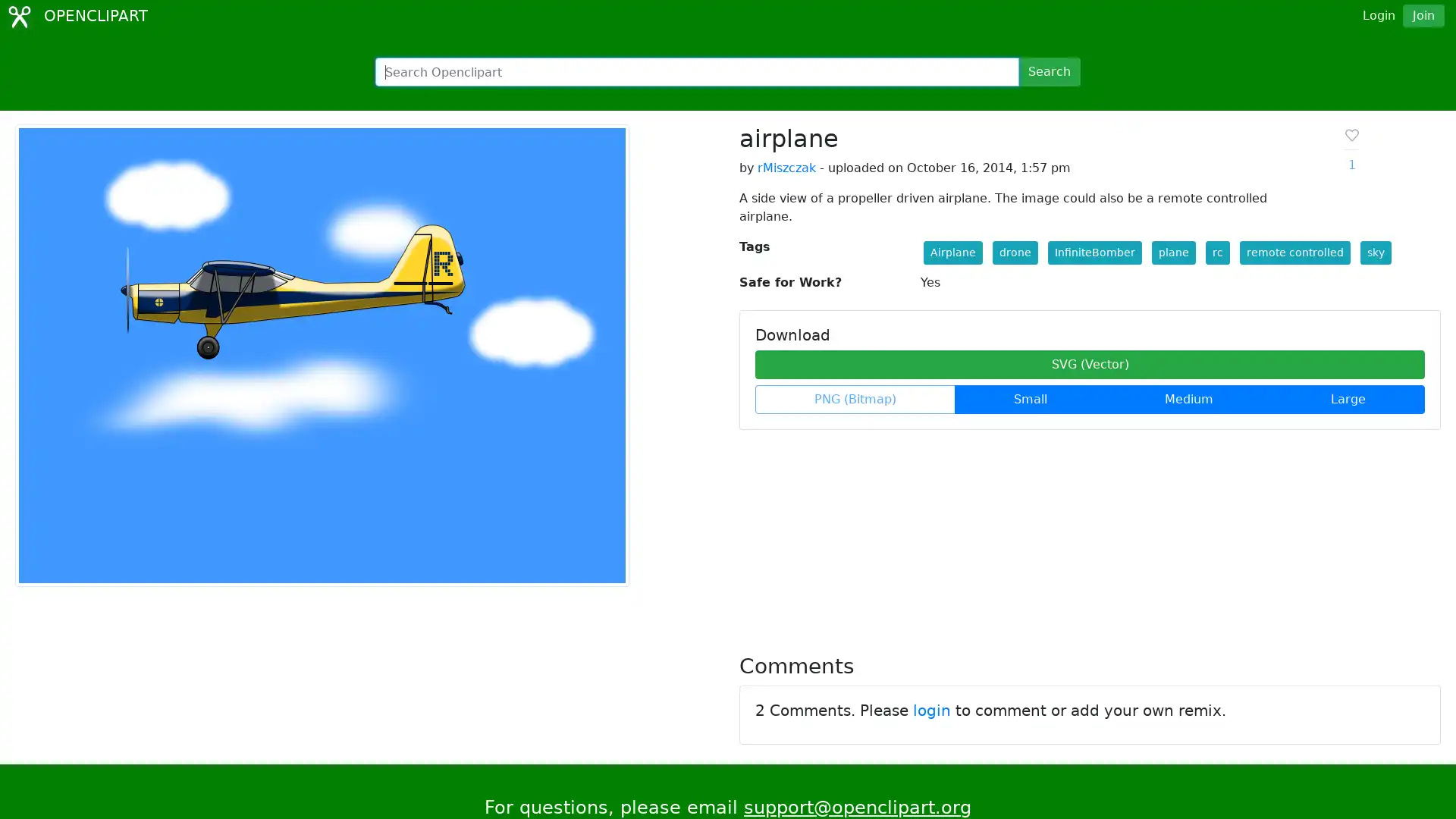 The width and height of the screenshot is (1456, 819). Describe the element at coordinates (1348, 399) in the screenshot. I see `Large` at that location.